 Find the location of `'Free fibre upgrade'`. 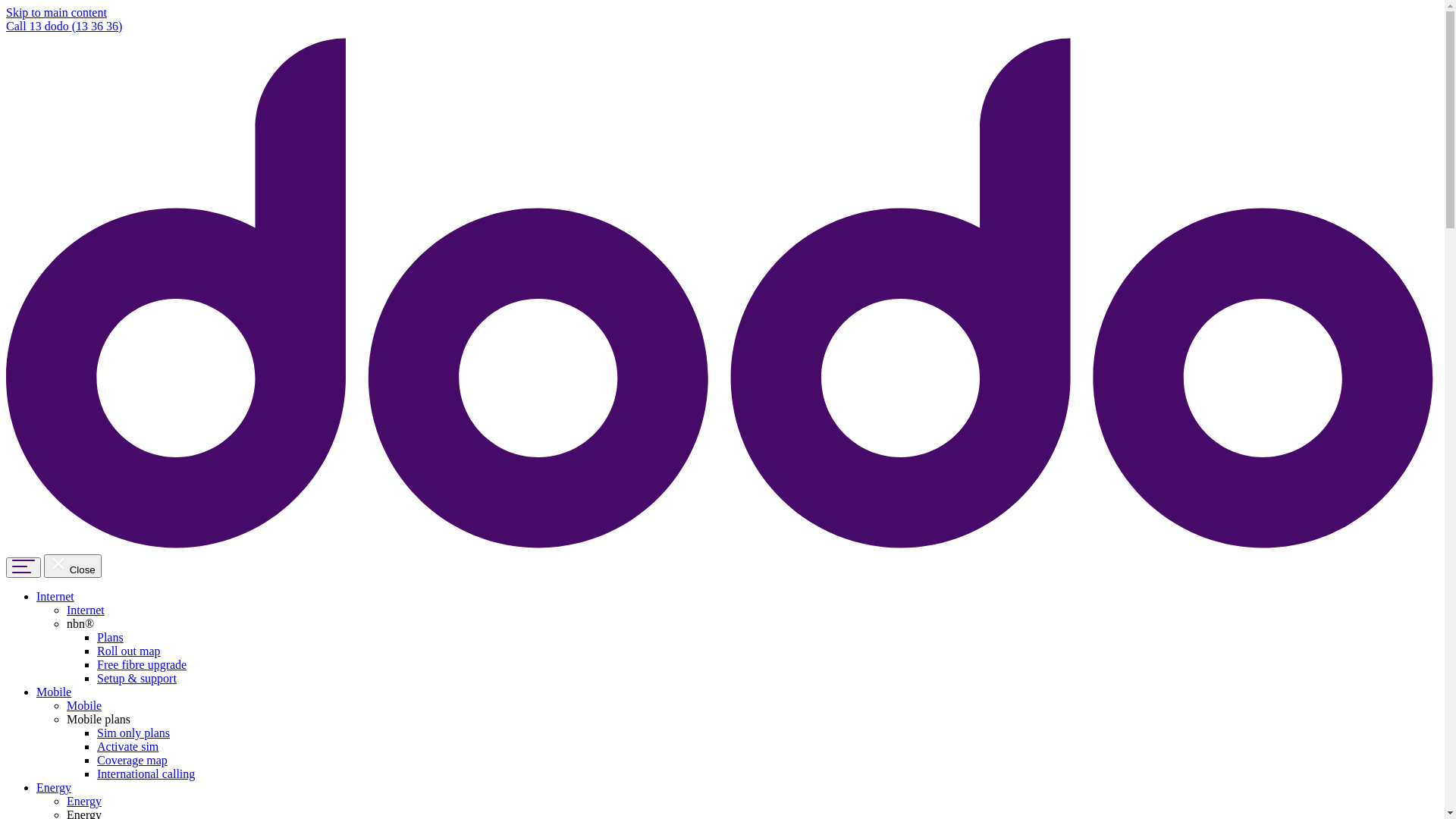

'Free fibre upgrade' is located at coordinates (142, 664).